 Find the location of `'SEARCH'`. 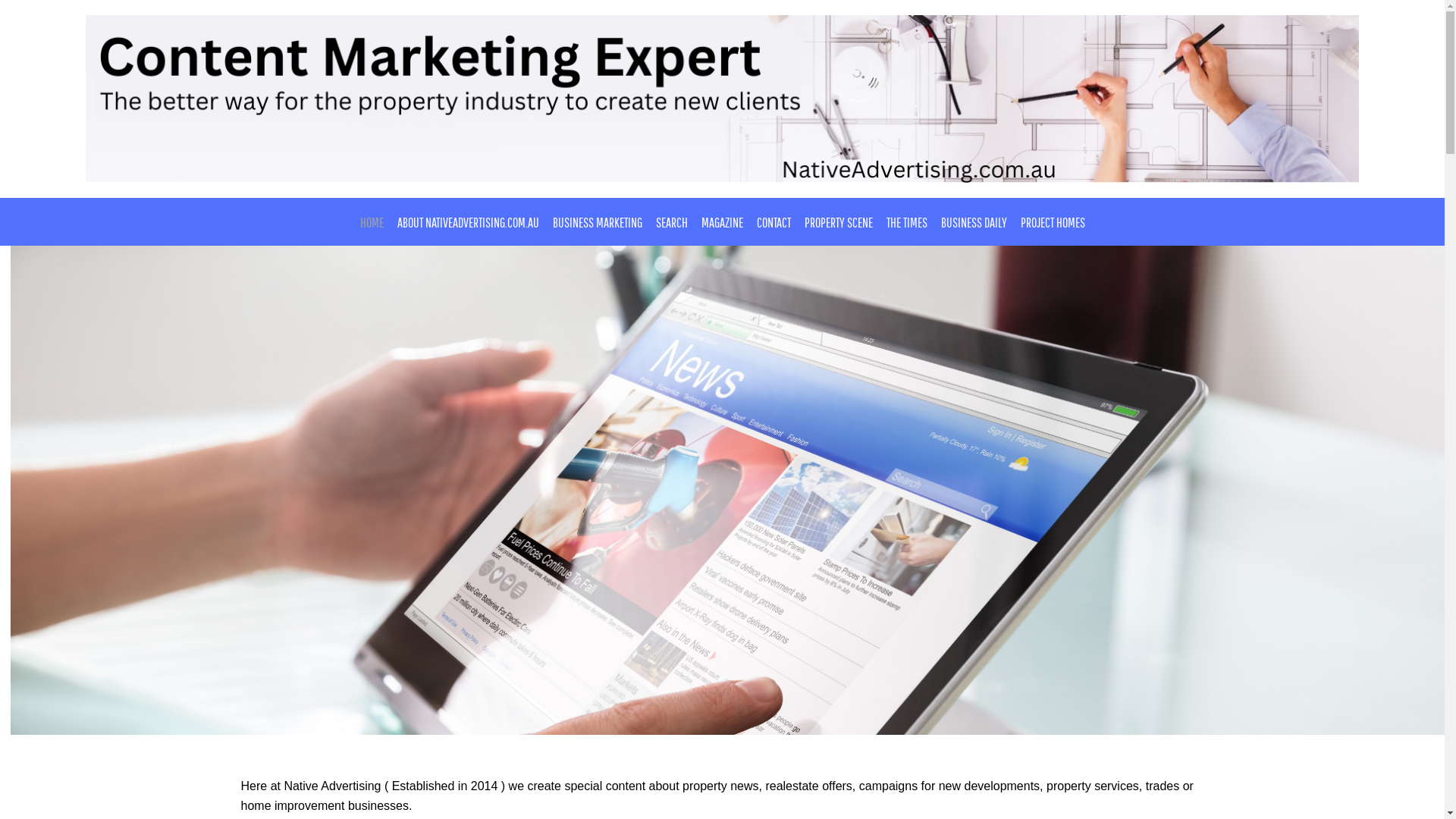

'SEARCH' is located at coordinates (671, 222).